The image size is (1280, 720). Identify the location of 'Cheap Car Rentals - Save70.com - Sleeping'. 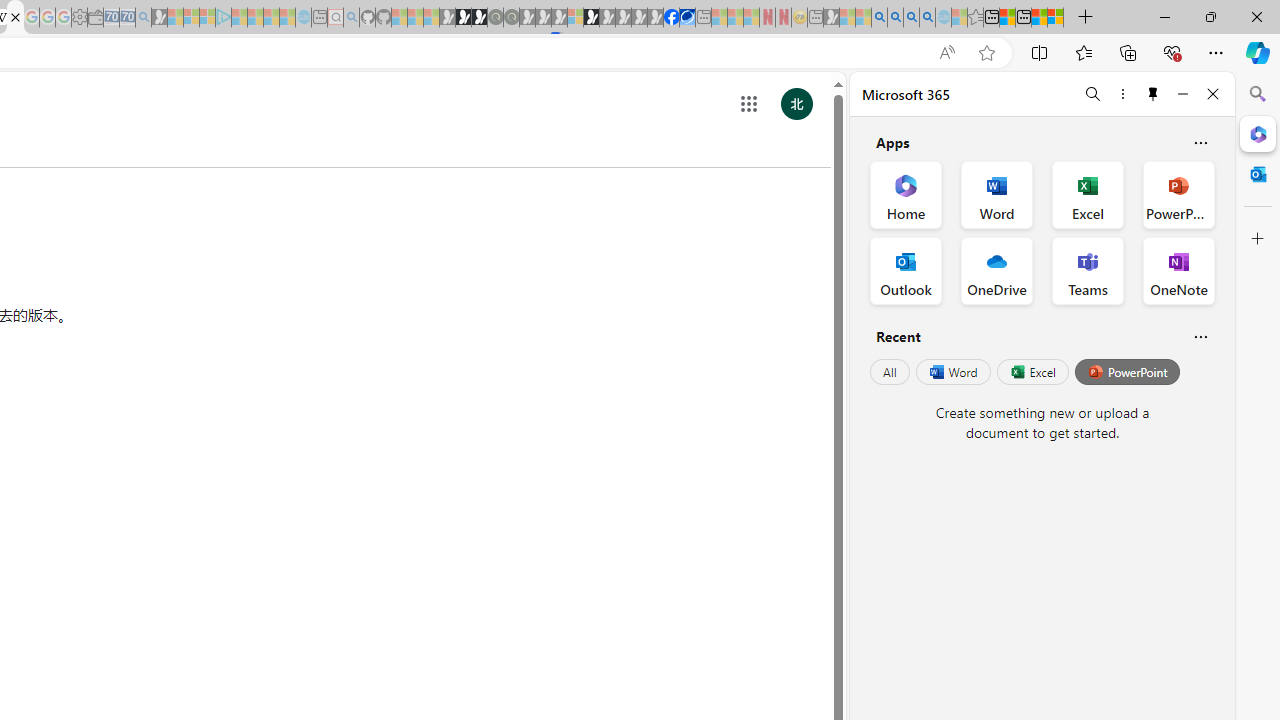
(126, 17).